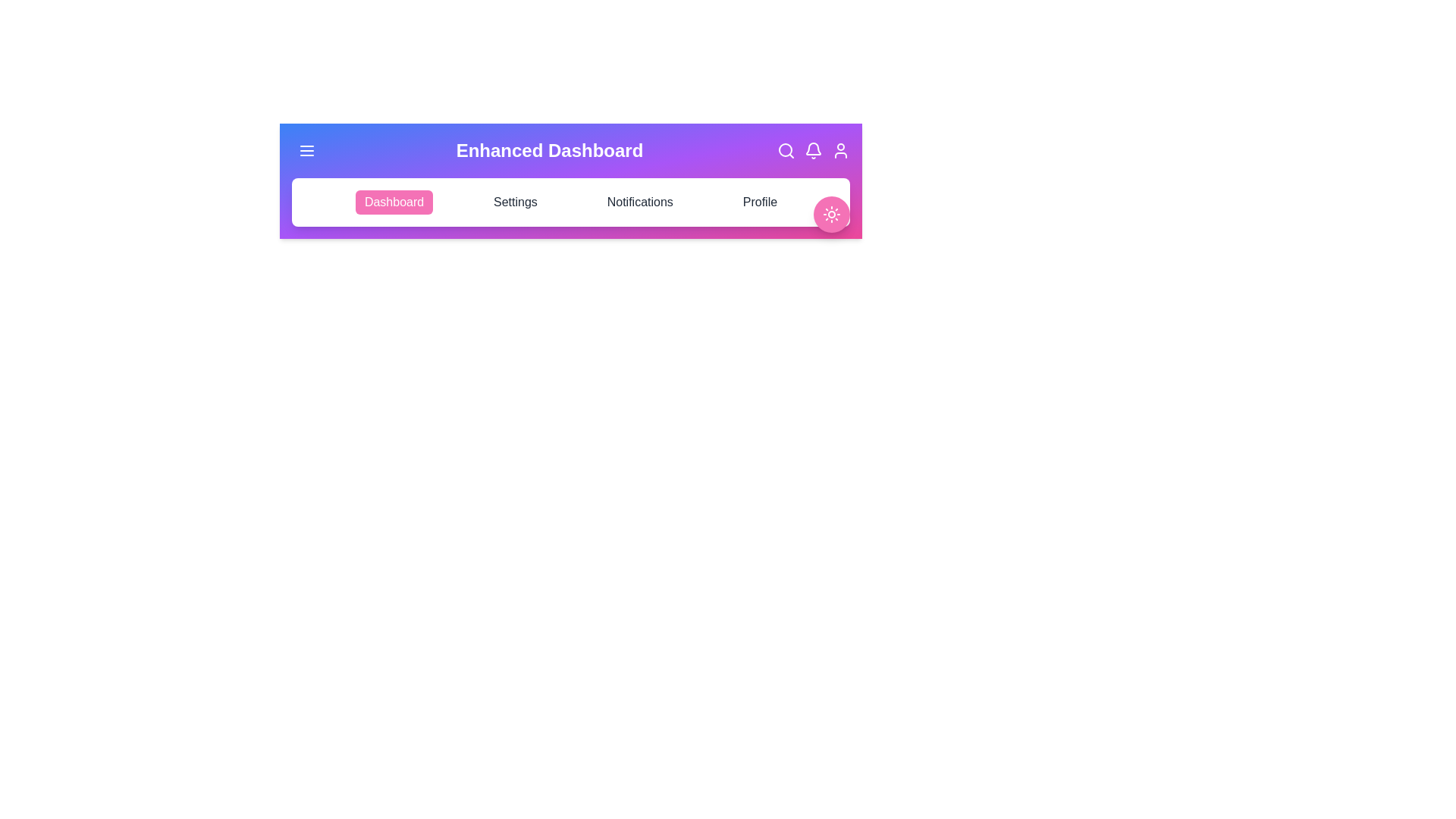  I want to click on the notifications icon in the top-right corner of the app bar, so click(813, 151).